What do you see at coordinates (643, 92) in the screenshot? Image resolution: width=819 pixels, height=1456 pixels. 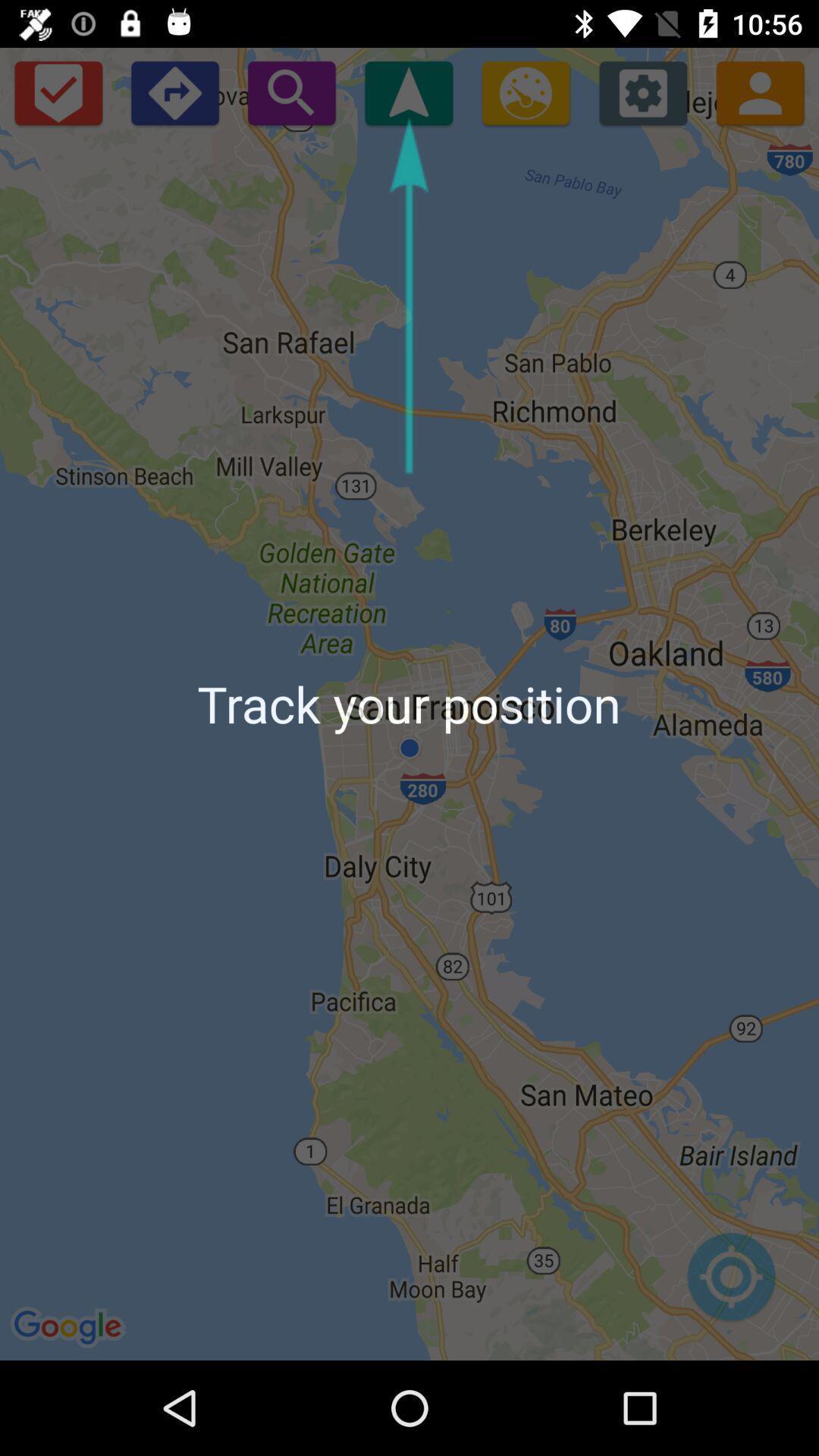 I see `settings` at bounding box center [643, 92].